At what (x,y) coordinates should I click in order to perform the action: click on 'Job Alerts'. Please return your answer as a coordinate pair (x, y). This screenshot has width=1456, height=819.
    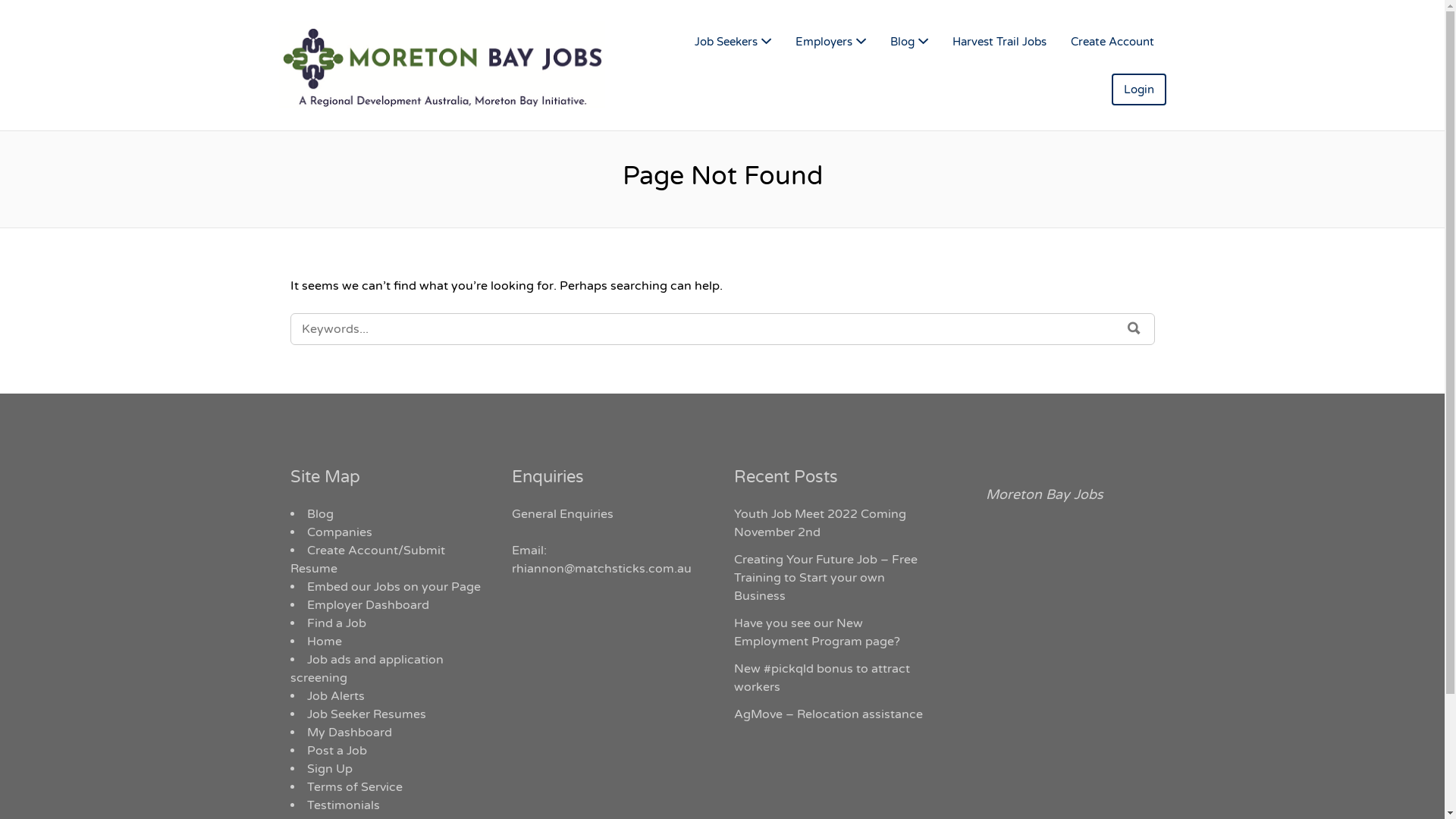
    Looking at the image, I should click on (334, 696).